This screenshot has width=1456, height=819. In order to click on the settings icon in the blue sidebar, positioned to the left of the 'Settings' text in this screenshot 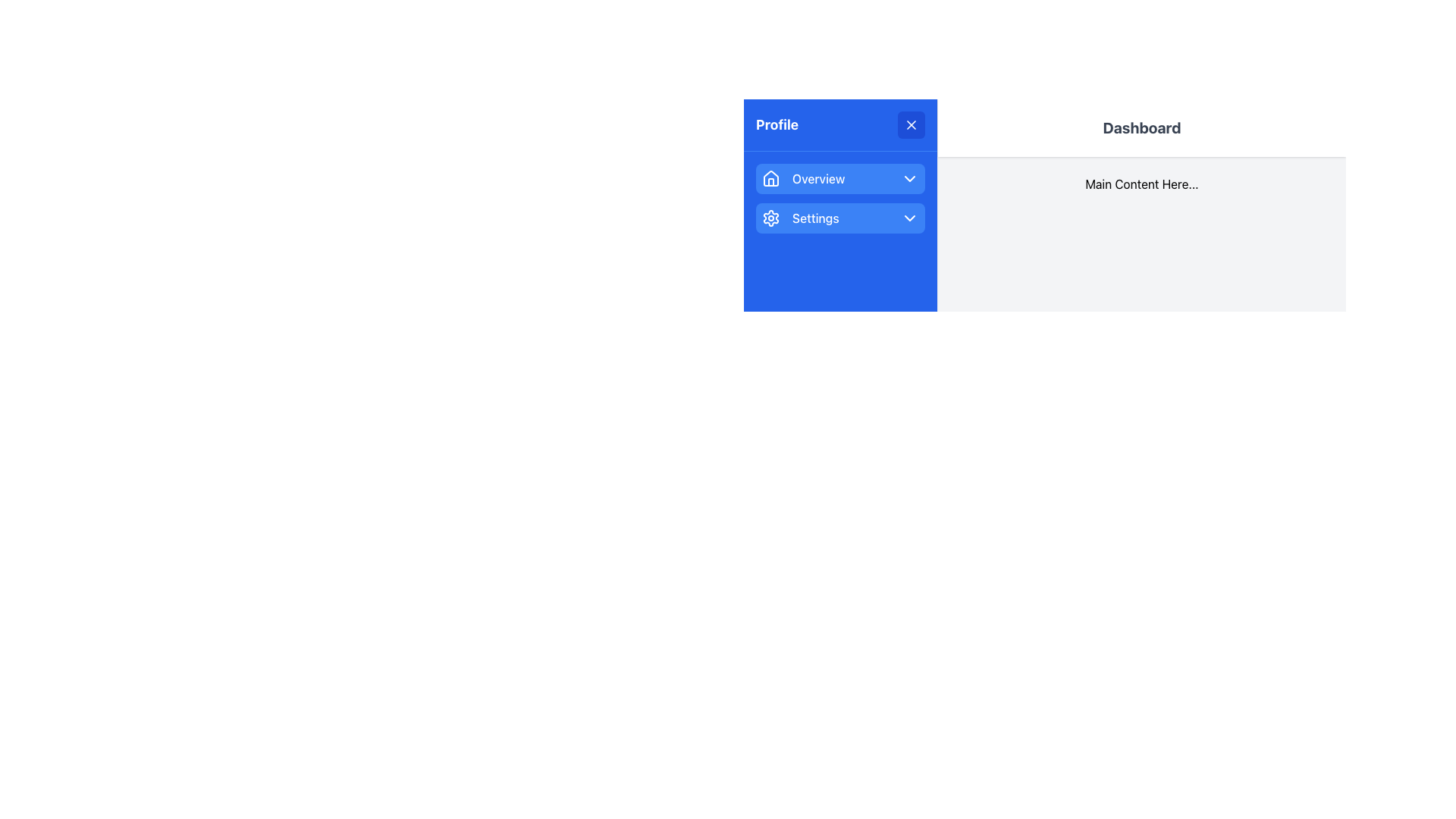, I will do `click(771, 218)`.